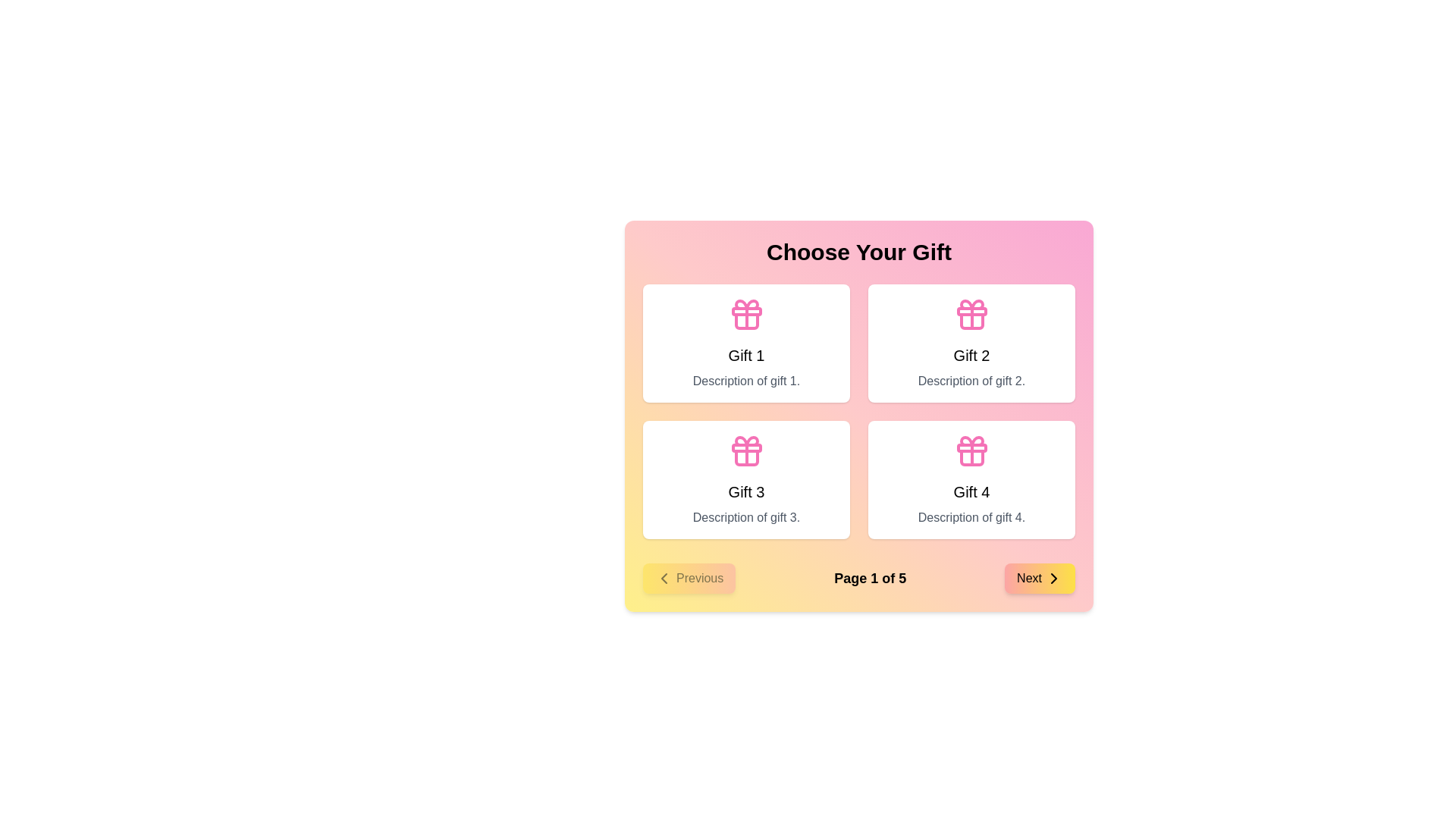 The image size is (1456, 819). I want to click on the 'Gift 3' text label, which serves as the title for the third gift card in the grid layout, so click(746, 491).